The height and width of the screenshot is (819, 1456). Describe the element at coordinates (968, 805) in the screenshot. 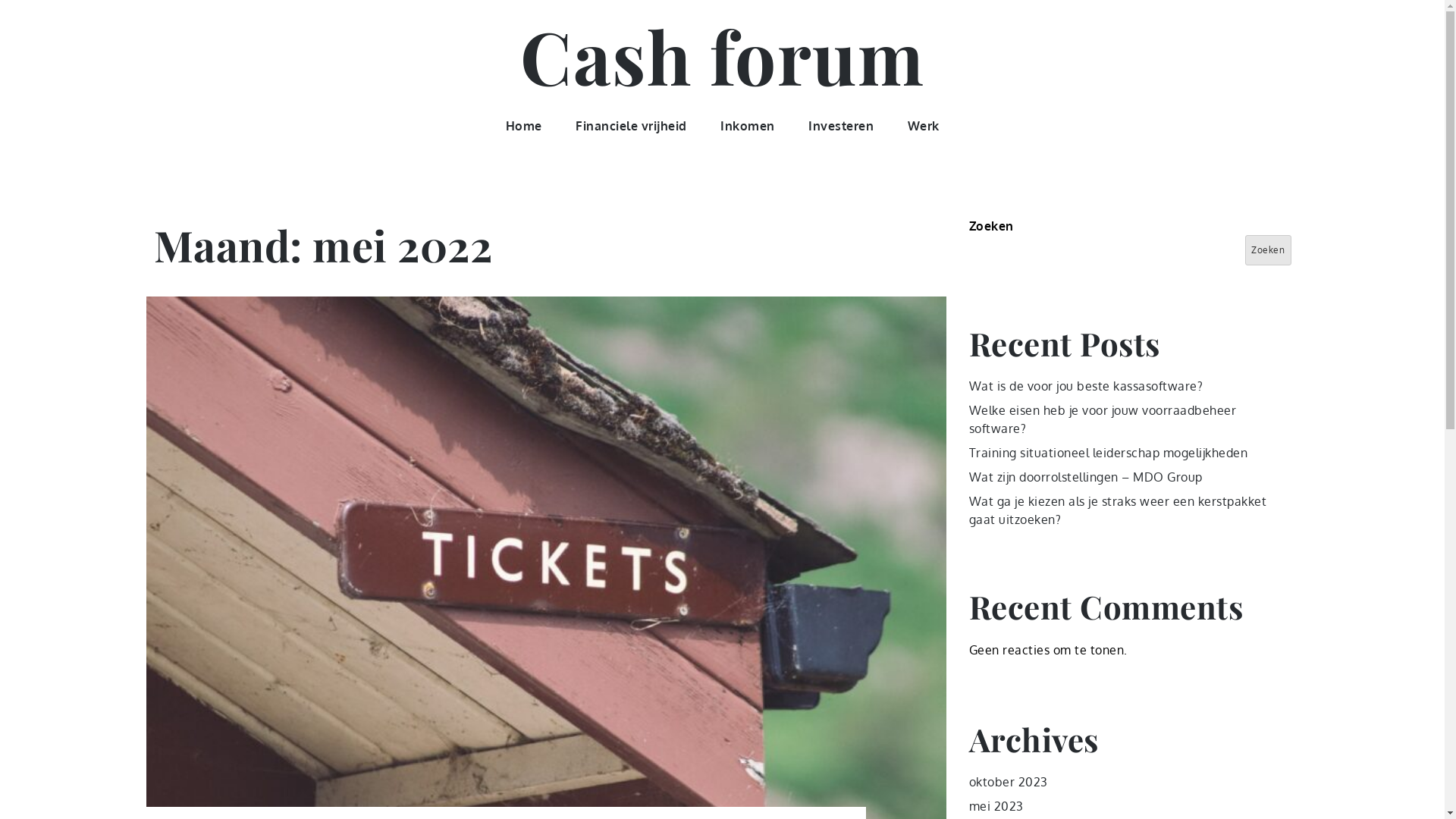

I see `'mei 2023'` at that location.